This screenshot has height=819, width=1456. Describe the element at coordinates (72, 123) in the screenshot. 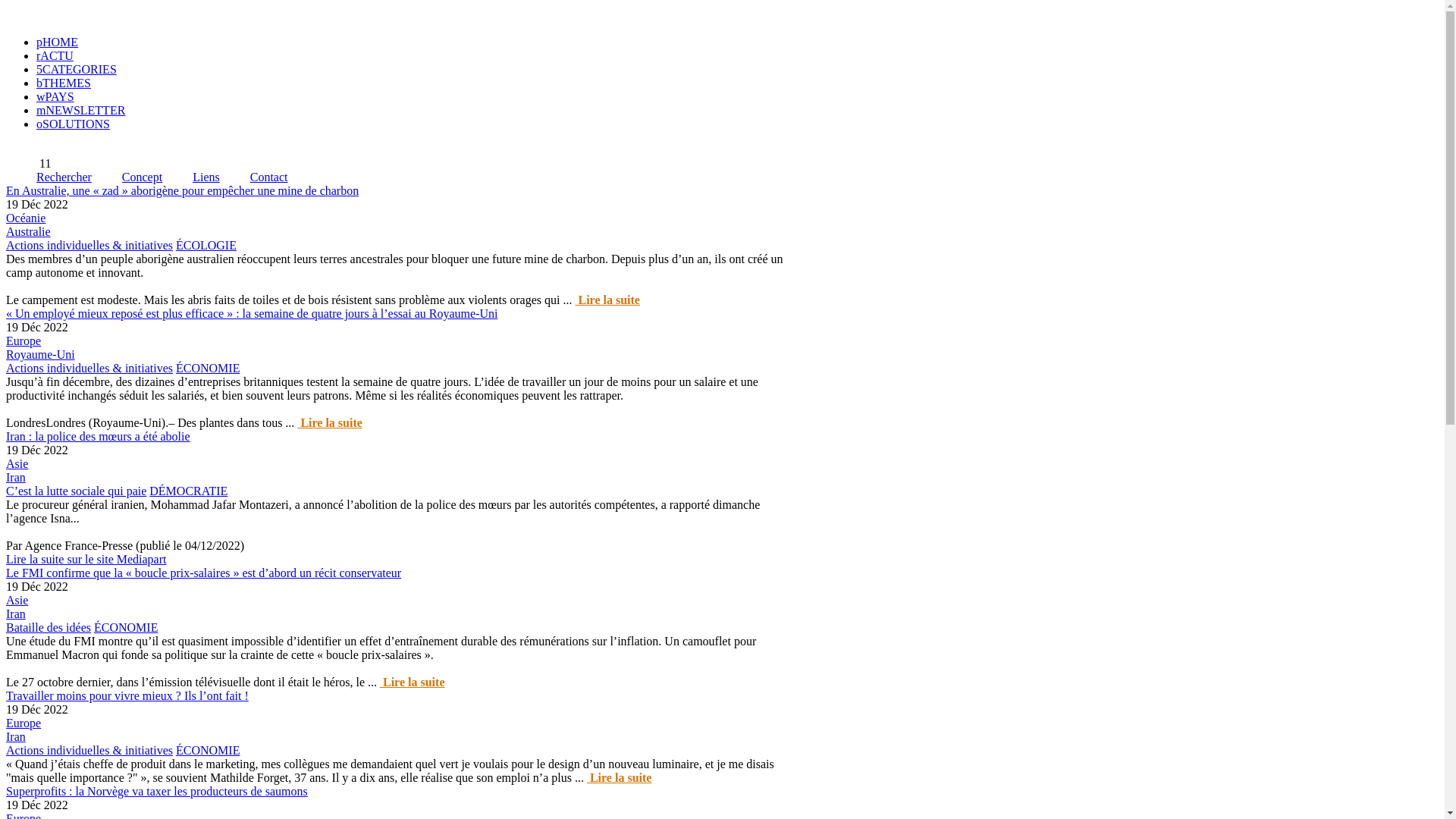

I see `'oSOLUTIONS'` at that location.